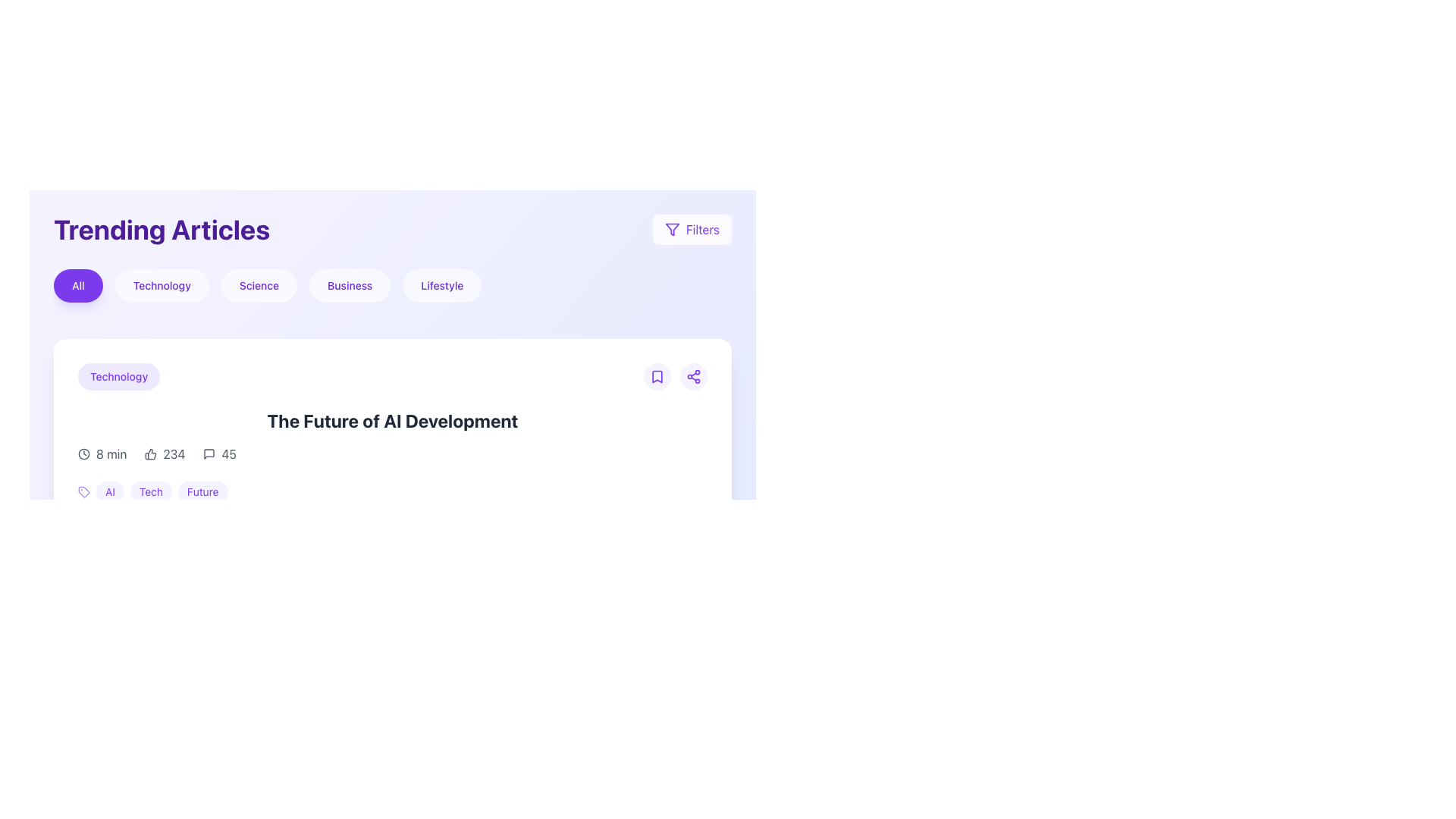  What do you see at coordinates (209, 453) in the screenshot?
I see `the comments icon located to the immediate left of the text '45' in the middle-right section of the article snippet` at bounding box center [209, 453].